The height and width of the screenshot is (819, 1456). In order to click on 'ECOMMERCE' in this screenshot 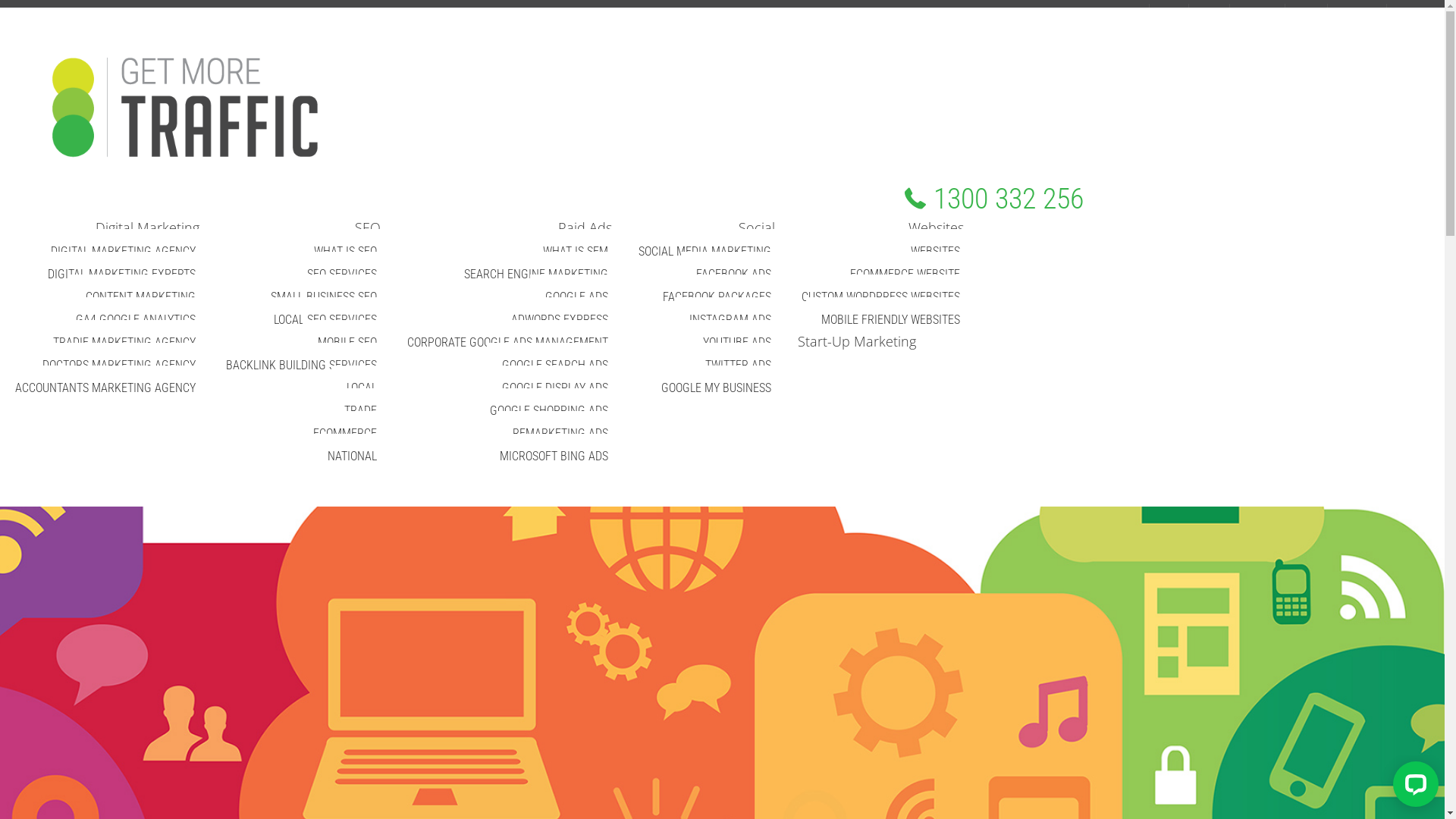, I will do `click(344, 433)`.